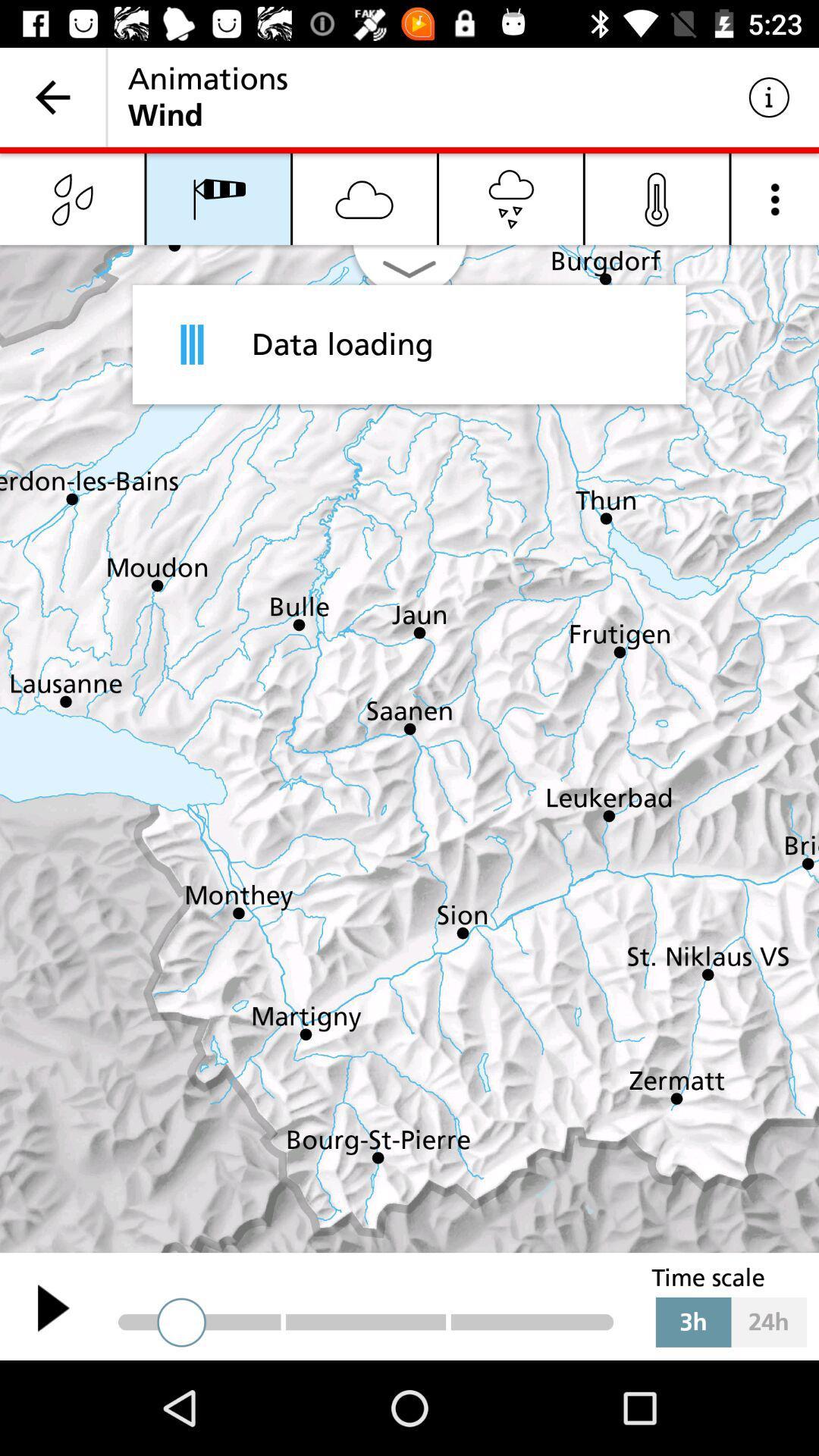 The image size is (819, 1456). What do you see at coordinates (409, 275) in the screenshot?
I see `the expand_more icon` at bounding box center [409, 275].